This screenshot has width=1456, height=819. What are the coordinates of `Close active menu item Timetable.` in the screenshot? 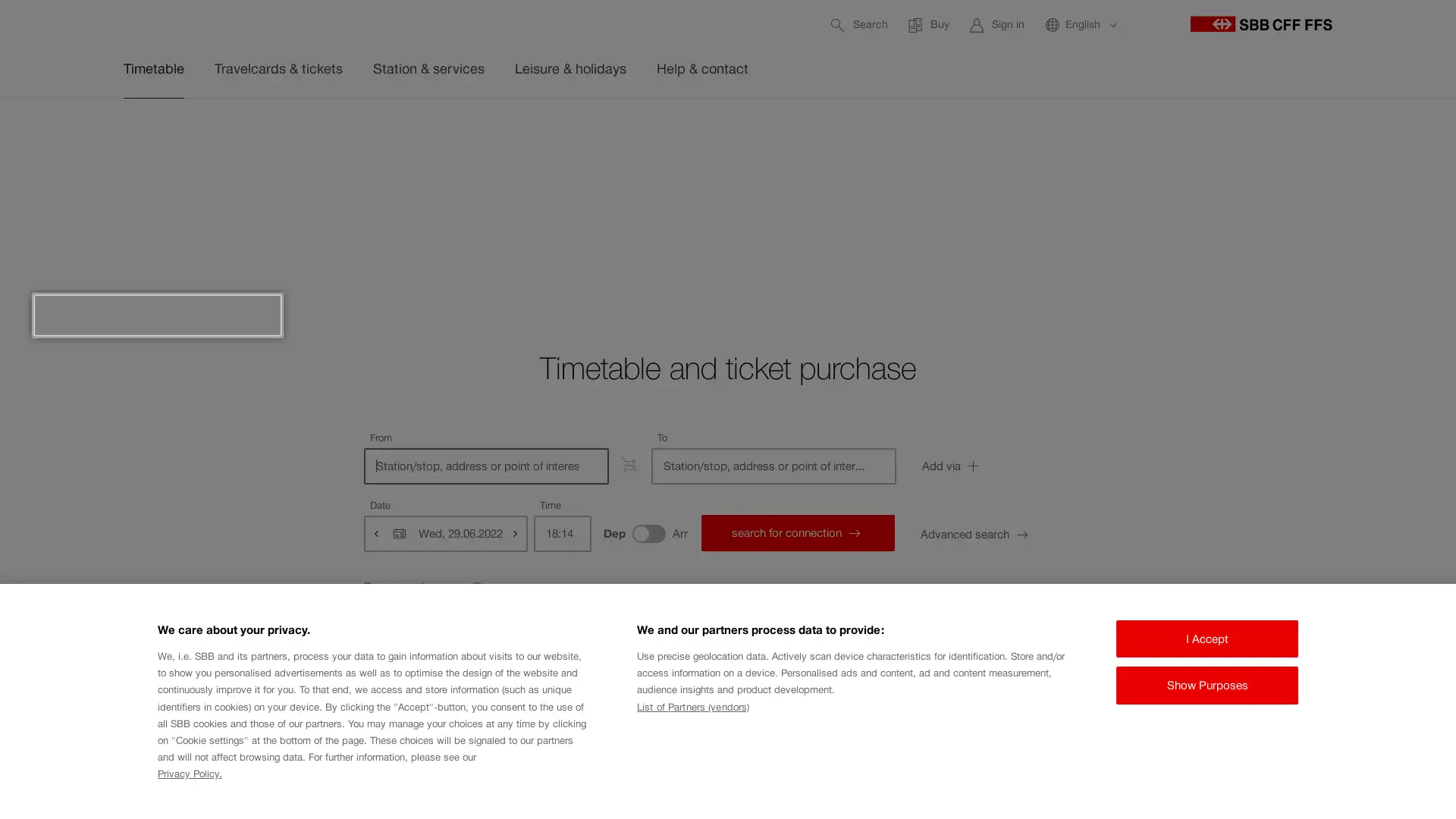 It's located at (1350, 133).